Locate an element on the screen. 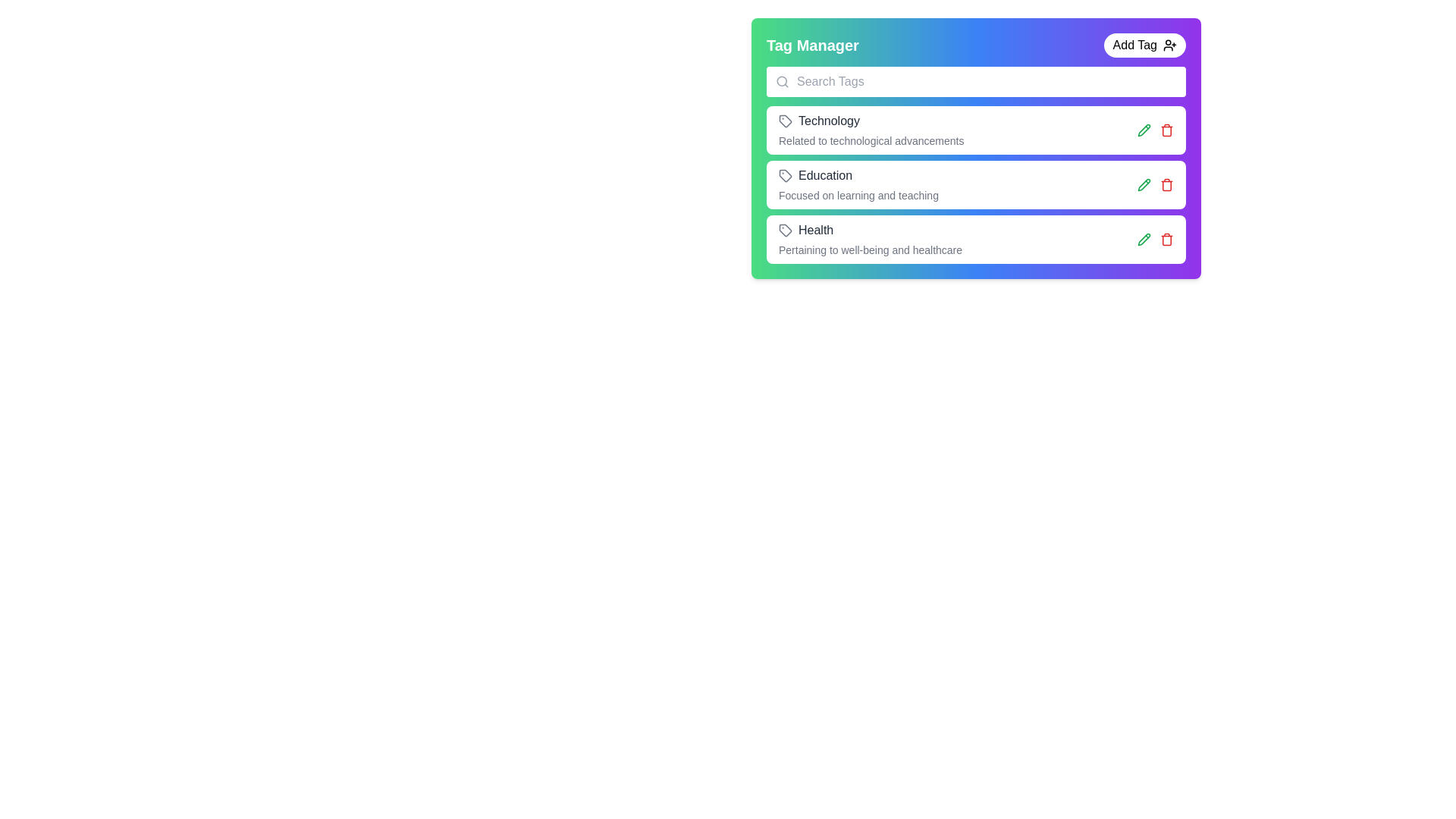 The width and height of the screenshot is (1456, 819). the green pencil icon button located next to the 'Education' tag in the 'Tag Manager' section is located at coordinates (1144, 130).